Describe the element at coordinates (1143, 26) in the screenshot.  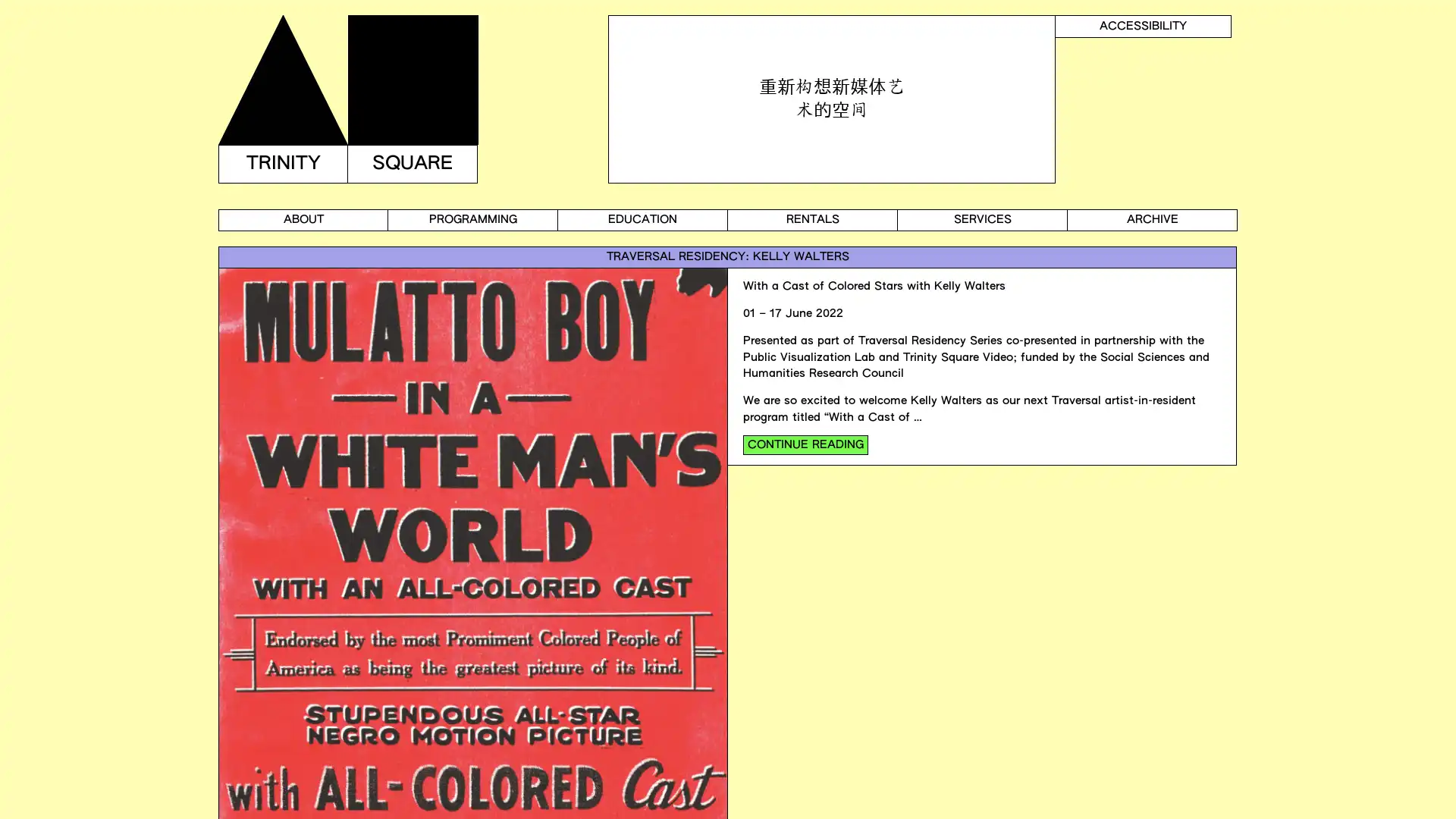
I see `Accessibility menu, here you can adjust font size or desaturate page` at that location.